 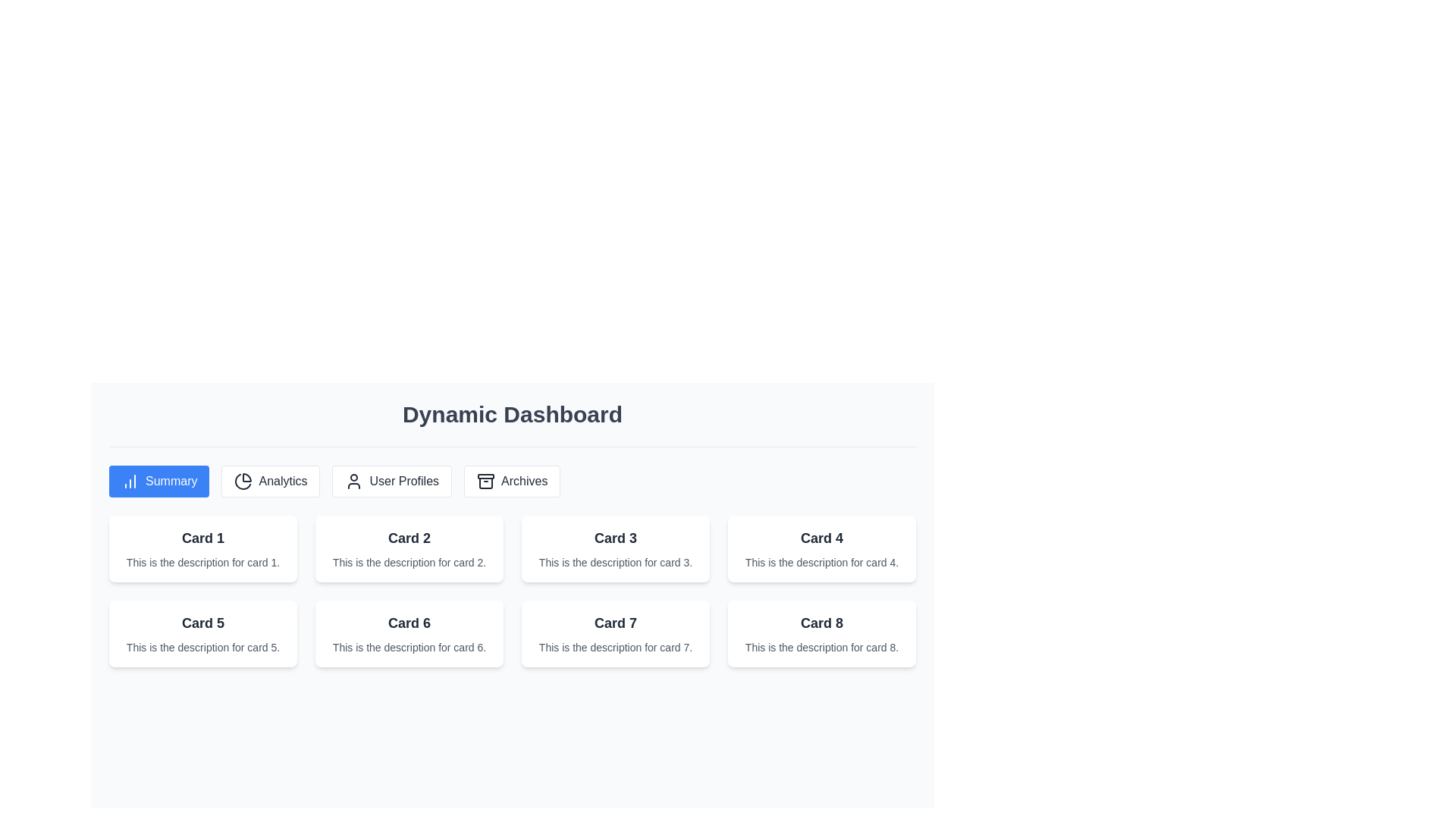 What do you see at coordinates (821, 562) in the screenshot?
I see `the text element that reads 'This is the description for card 4.' located beneath the title 'Card 4' in the fourth card of the grid layout` at bounding box center [821, 562].